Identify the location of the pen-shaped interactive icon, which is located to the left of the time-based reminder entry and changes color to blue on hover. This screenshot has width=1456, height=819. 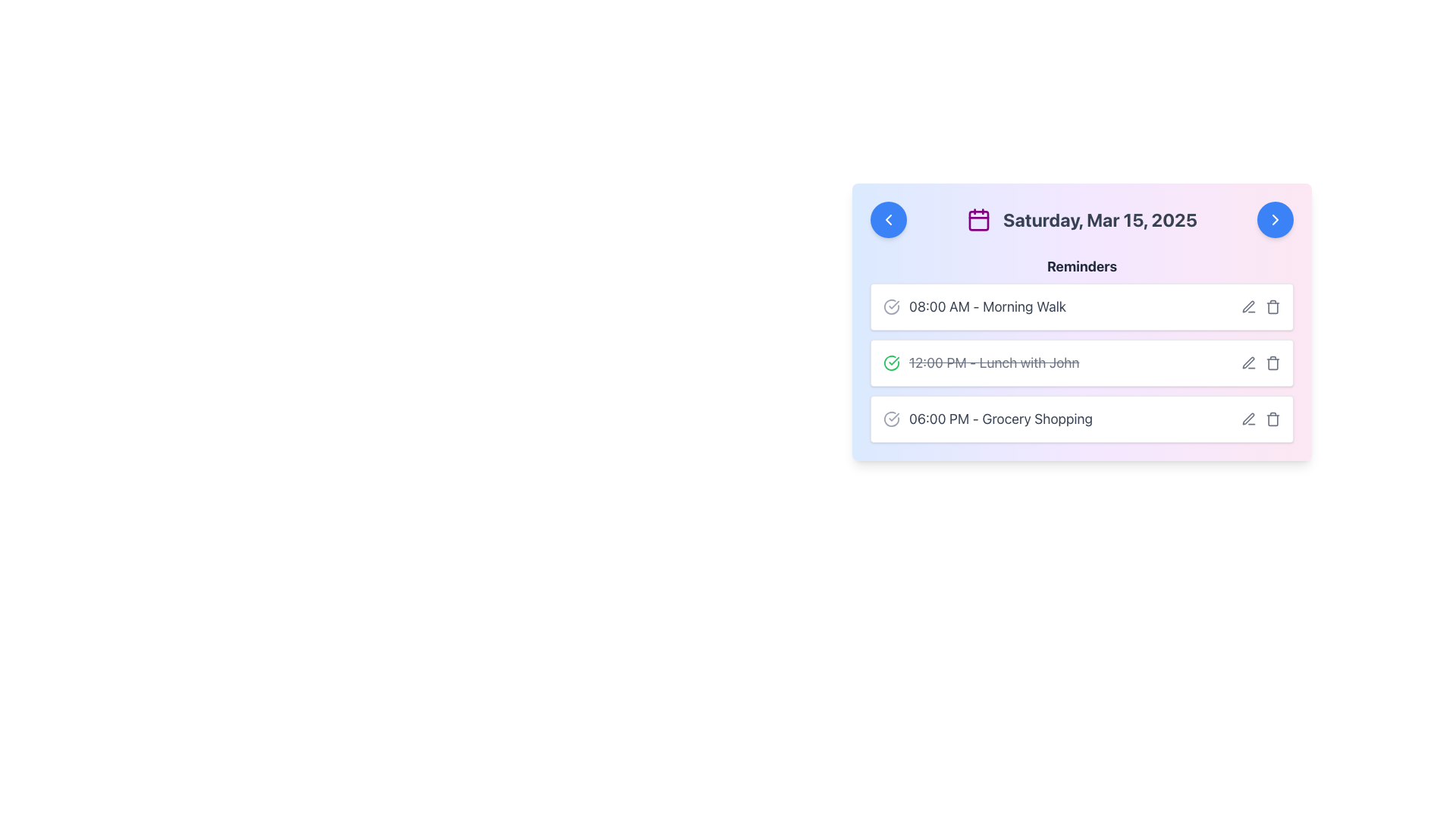
(1248, 362).